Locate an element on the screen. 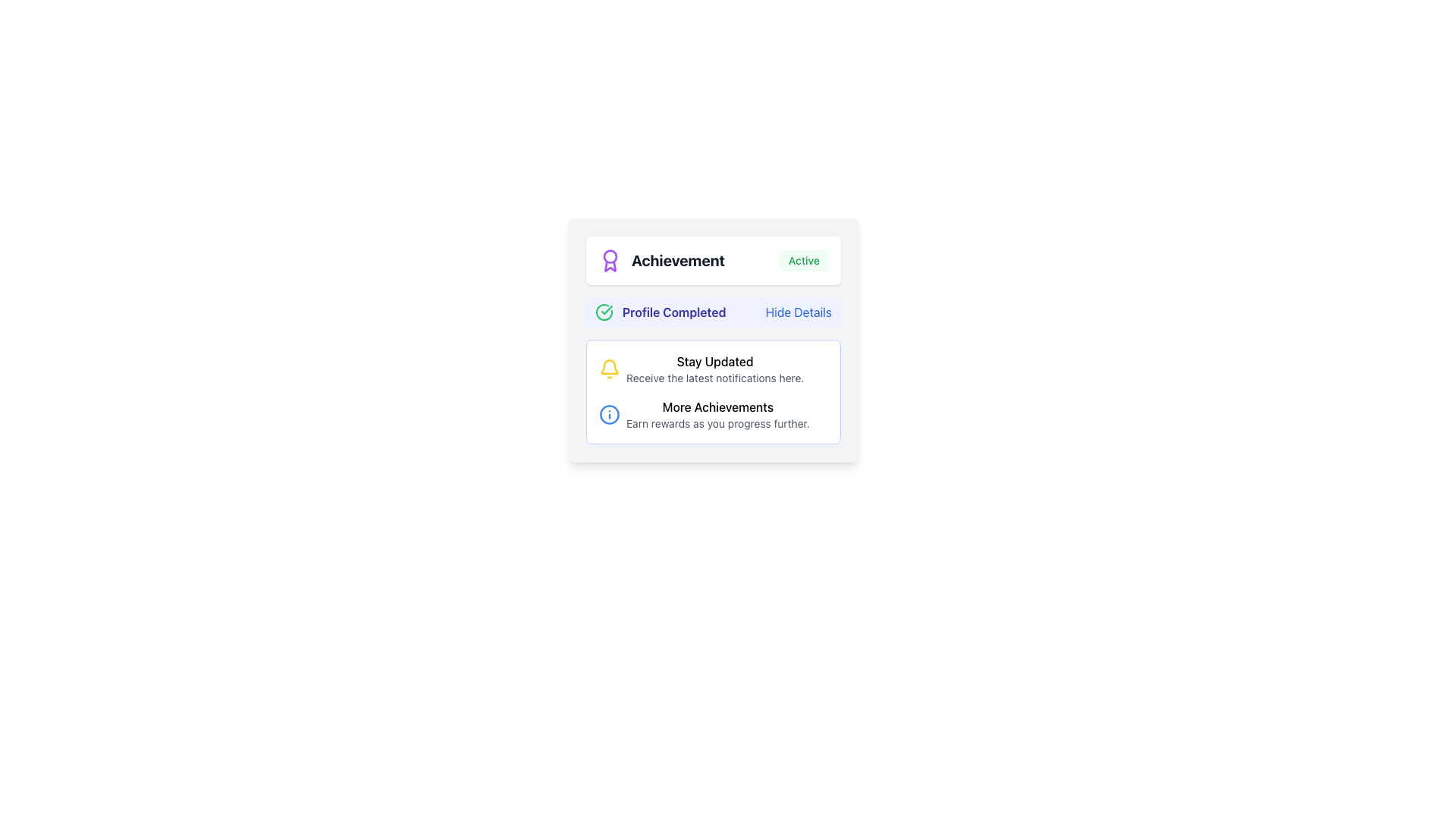  the static text displaying 'Receive the latest notifications here.' which is styled in gray and positioned below the 'Stay Updated' header is located at coordinates (714, 377).